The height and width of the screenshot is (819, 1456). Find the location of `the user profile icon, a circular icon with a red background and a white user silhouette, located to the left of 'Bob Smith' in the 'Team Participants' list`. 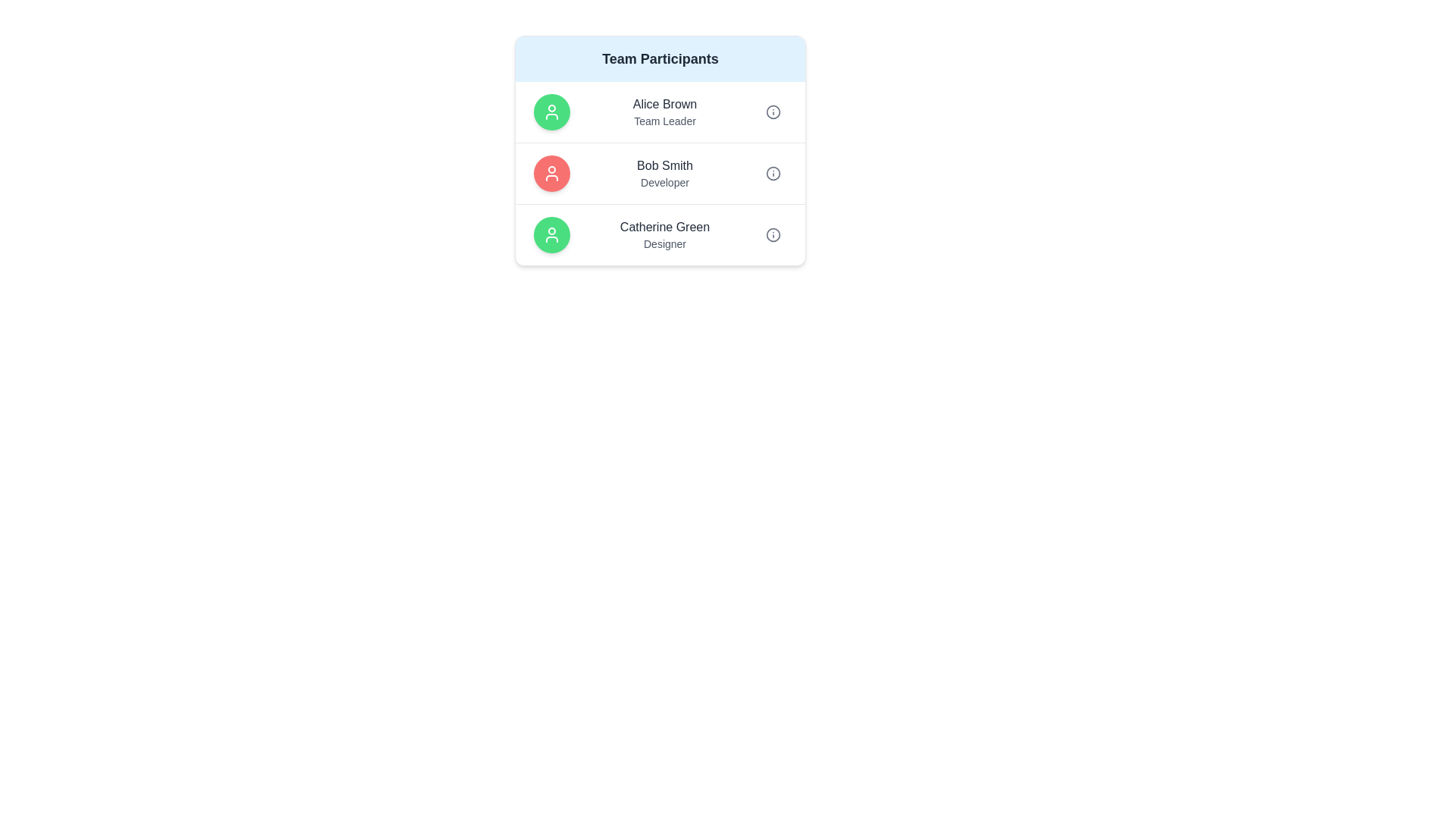

the user profile icon, a circular icon with a red background and a white user silhouette, located to the left of 'Bob Smith' in the 'Team Participants' list is located at coordinates (551, 172).